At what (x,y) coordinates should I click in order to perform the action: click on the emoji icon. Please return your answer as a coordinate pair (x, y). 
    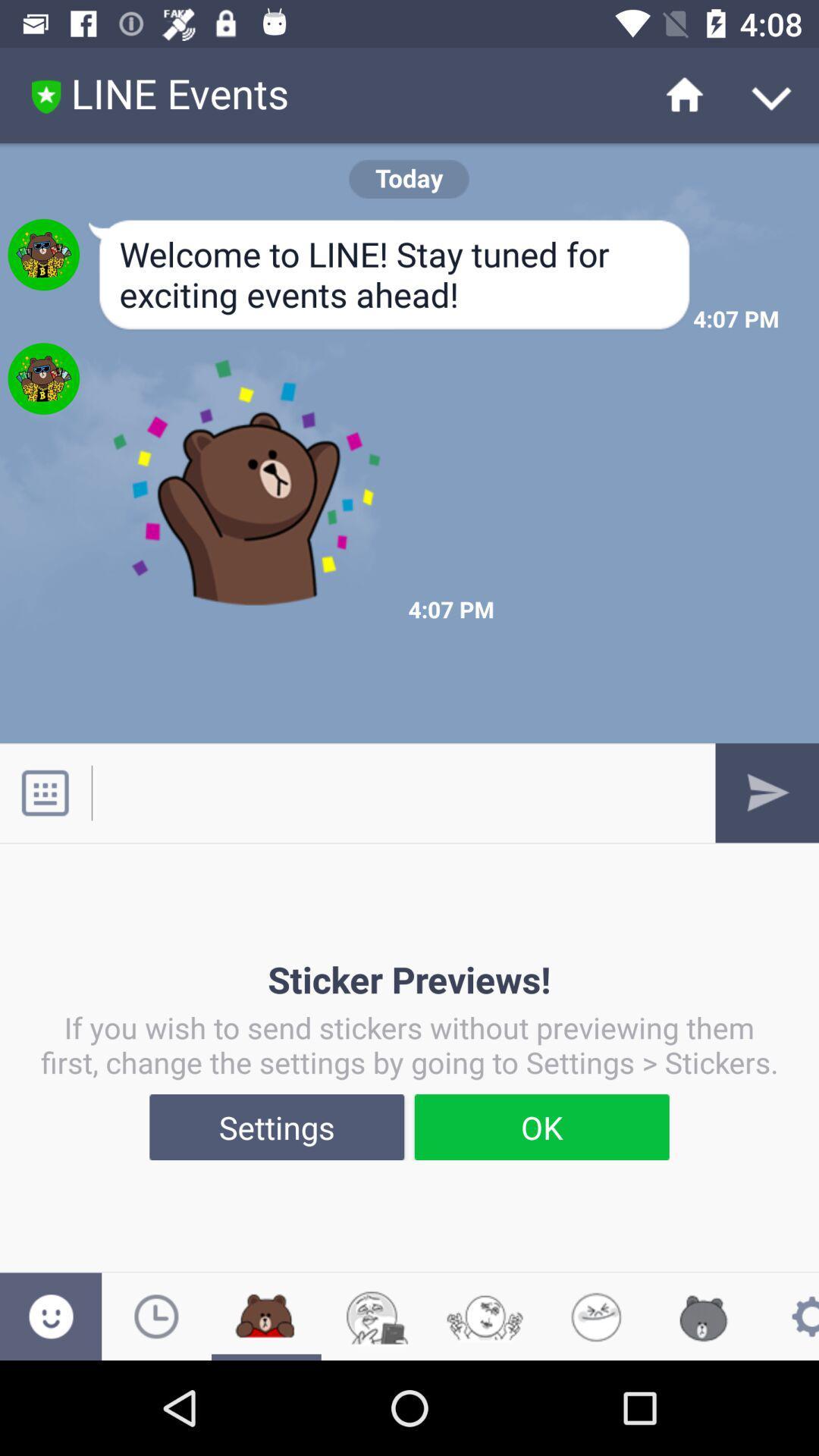
    Looking at the image, I should click on (485, 1316).